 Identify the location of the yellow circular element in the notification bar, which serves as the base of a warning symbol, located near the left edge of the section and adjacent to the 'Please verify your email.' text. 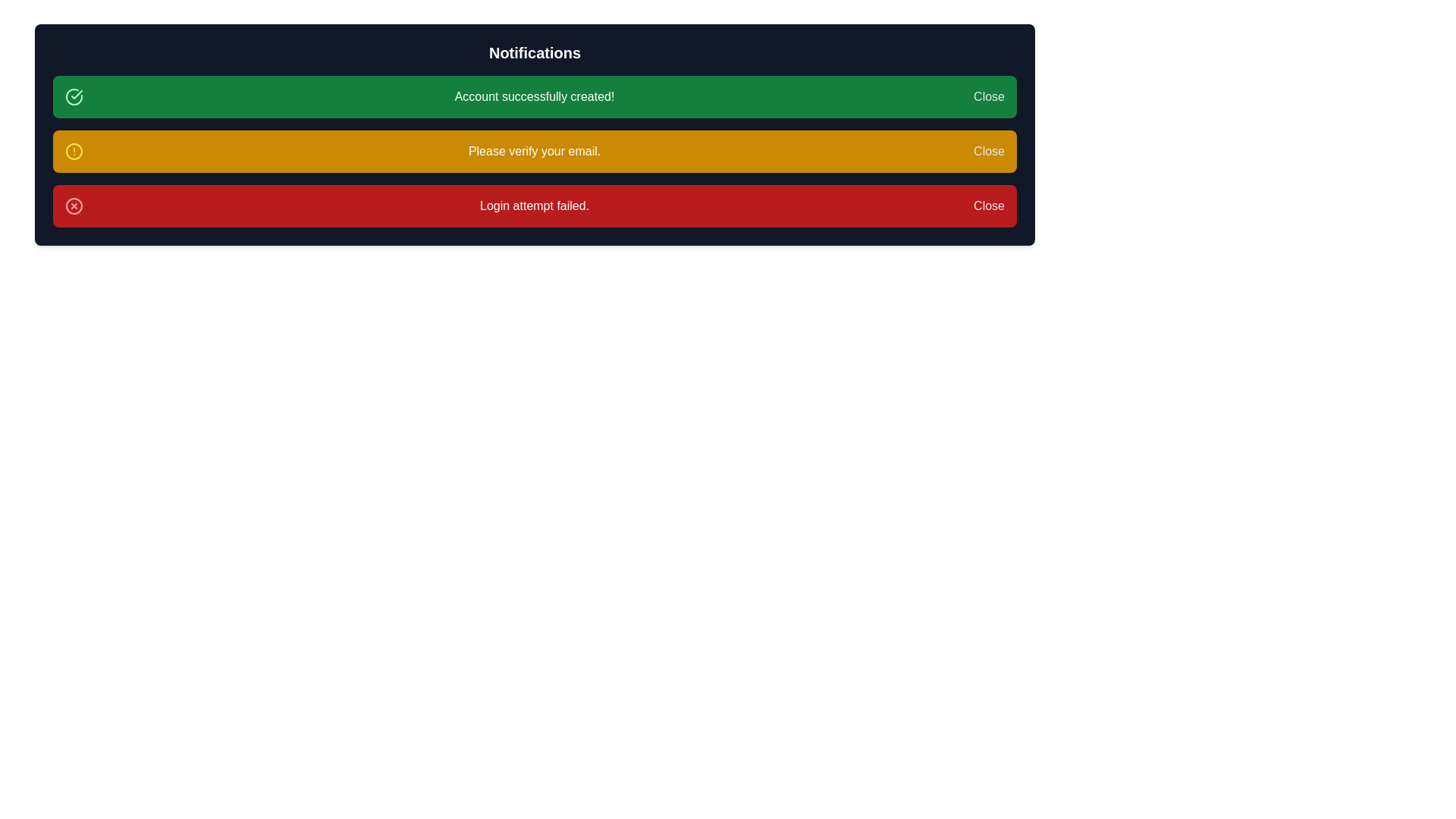
(73, 152).